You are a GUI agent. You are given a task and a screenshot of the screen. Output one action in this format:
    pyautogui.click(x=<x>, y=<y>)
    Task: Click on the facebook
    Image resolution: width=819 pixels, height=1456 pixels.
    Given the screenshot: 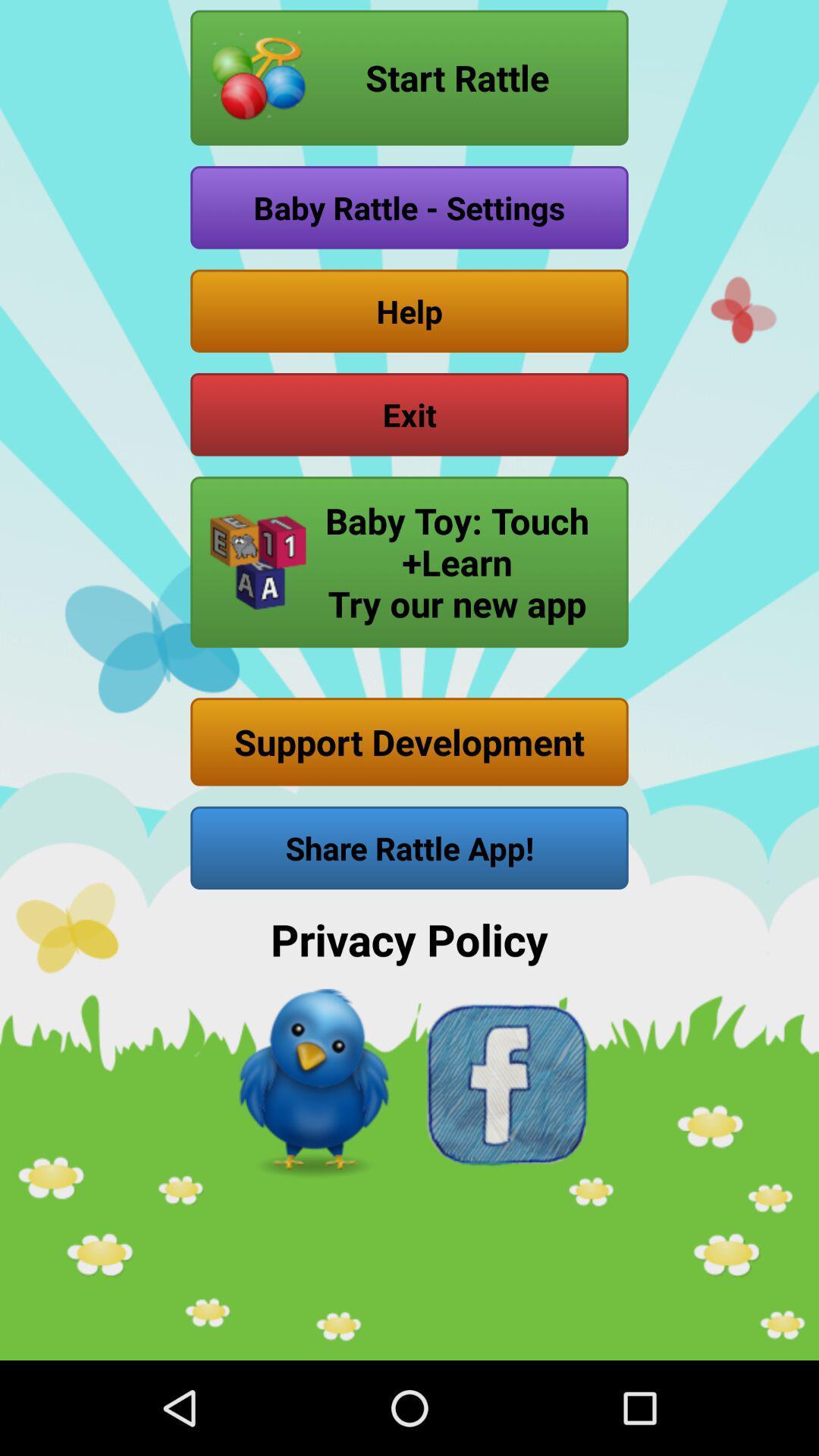 What is the action you would take?
    pyautogui.click(x=505, y=1084)
    